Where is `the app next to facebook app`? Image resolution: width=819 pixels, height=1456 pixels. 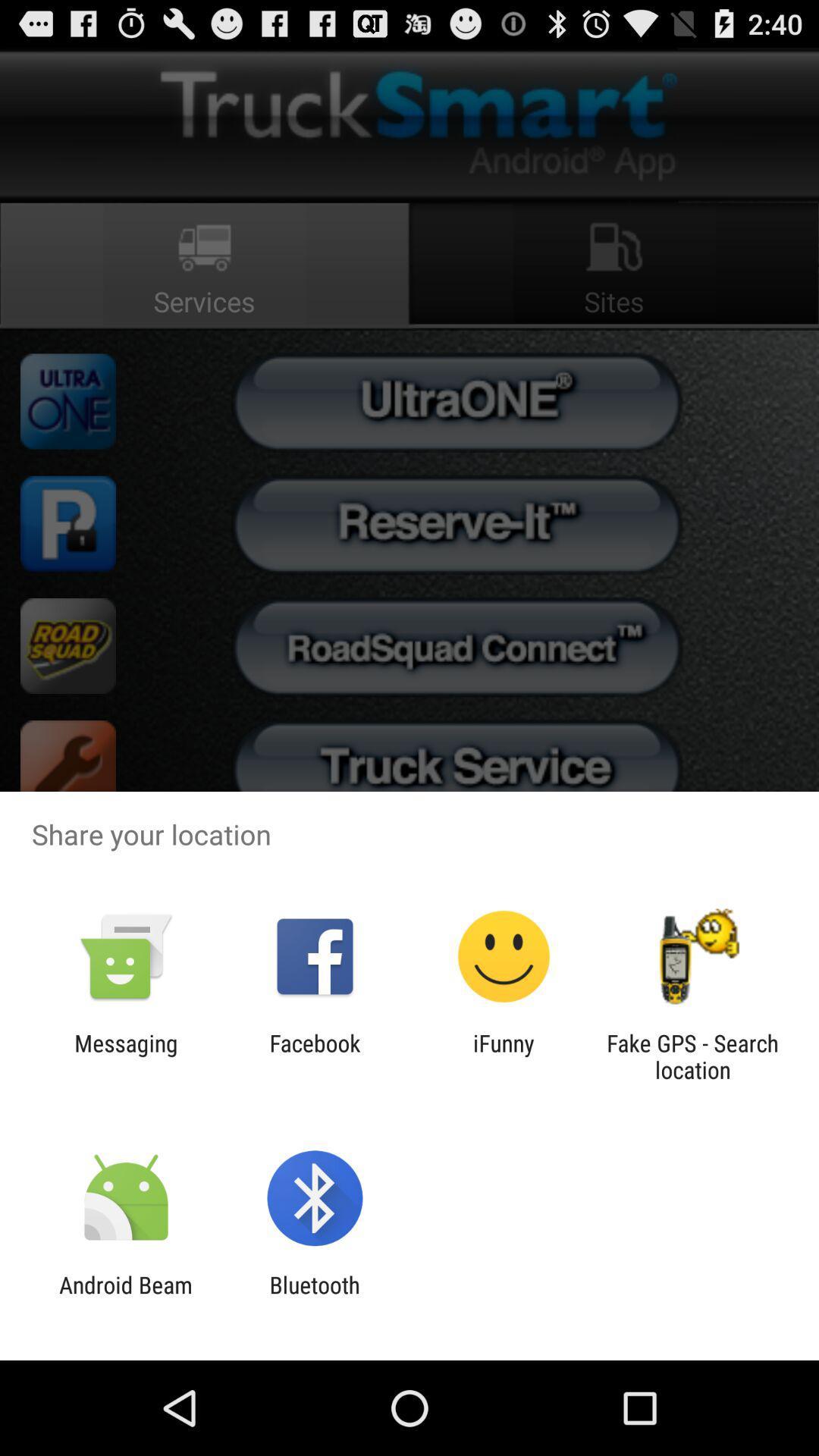
the app next to facebook app is located at coordinates (504, 1056).